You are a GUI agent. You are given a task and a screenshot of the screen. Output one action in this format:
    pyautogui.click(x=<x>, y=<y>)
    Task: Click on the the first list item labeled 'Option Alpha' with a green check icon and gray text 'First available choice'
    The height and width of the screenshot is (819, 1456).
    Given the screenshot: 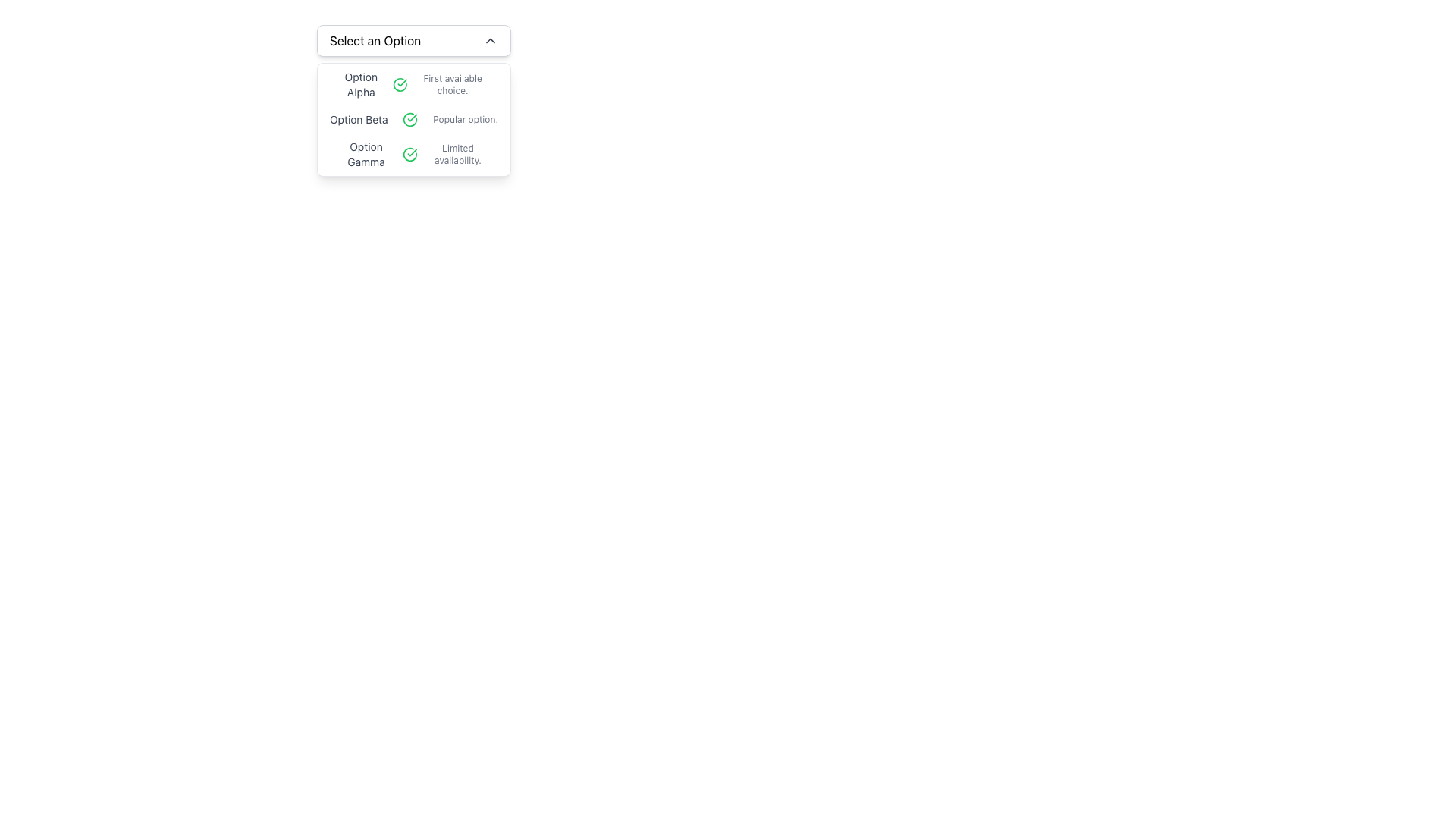 What is the action you would take?
    pyautogui.click(x=414, y=84)
    